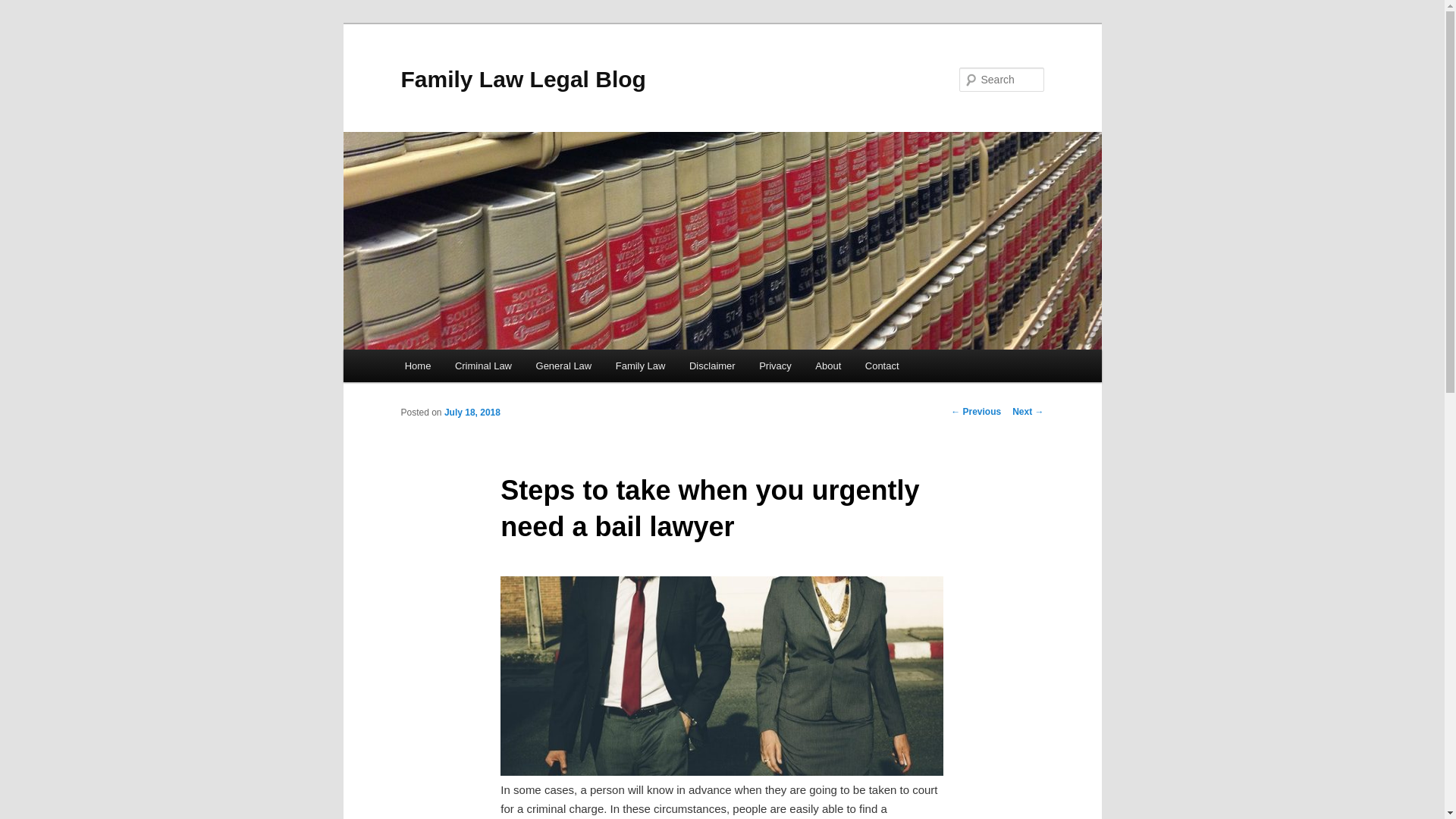 The width and height of the screenshot is (1456, 819). Describe the element at coordinates (852, 366) in the screenshot. I see `'Contact'` at that location.